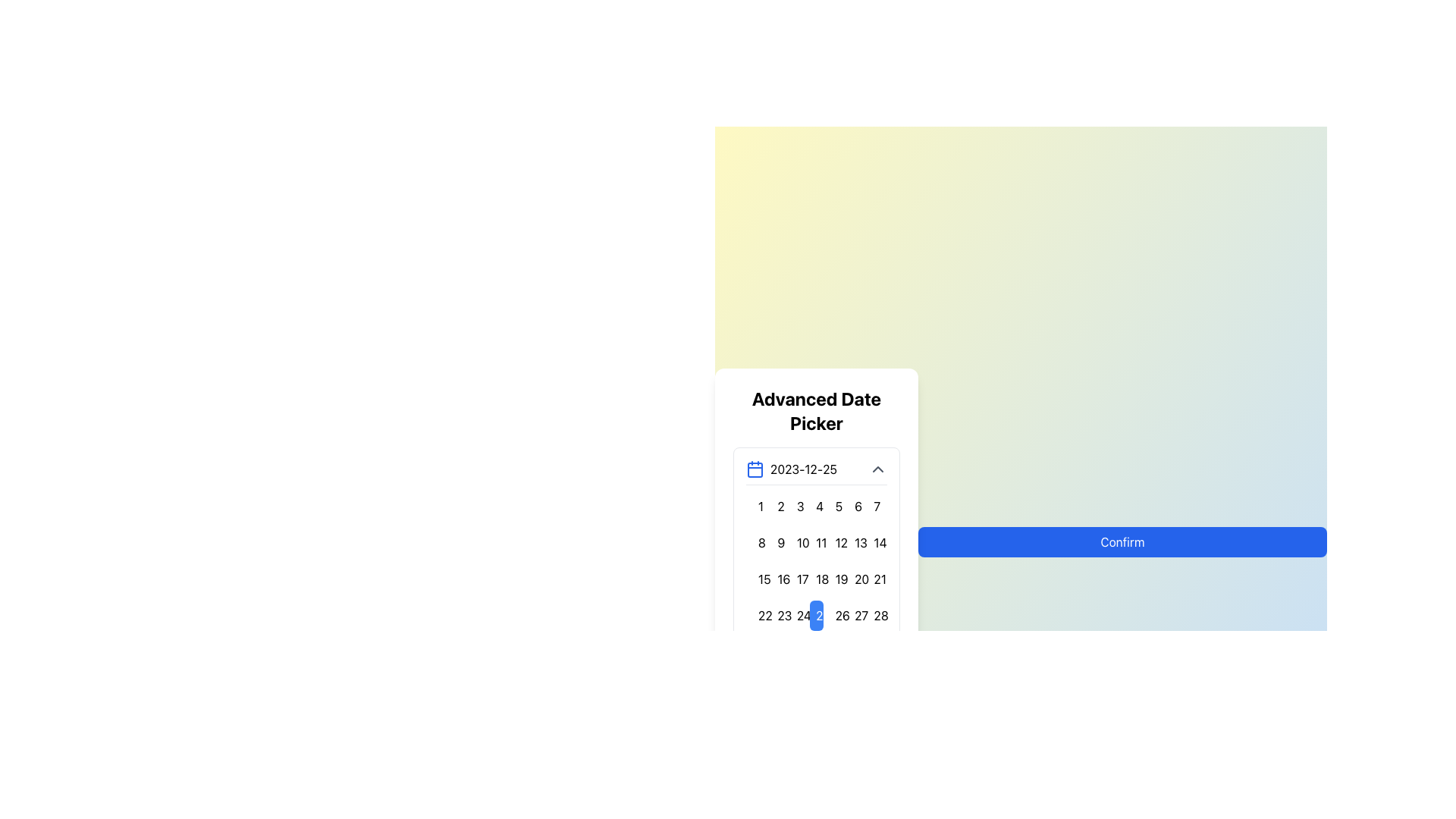  I want to click on the rounded rectangular button displaying the number '7', so click(874, 506).